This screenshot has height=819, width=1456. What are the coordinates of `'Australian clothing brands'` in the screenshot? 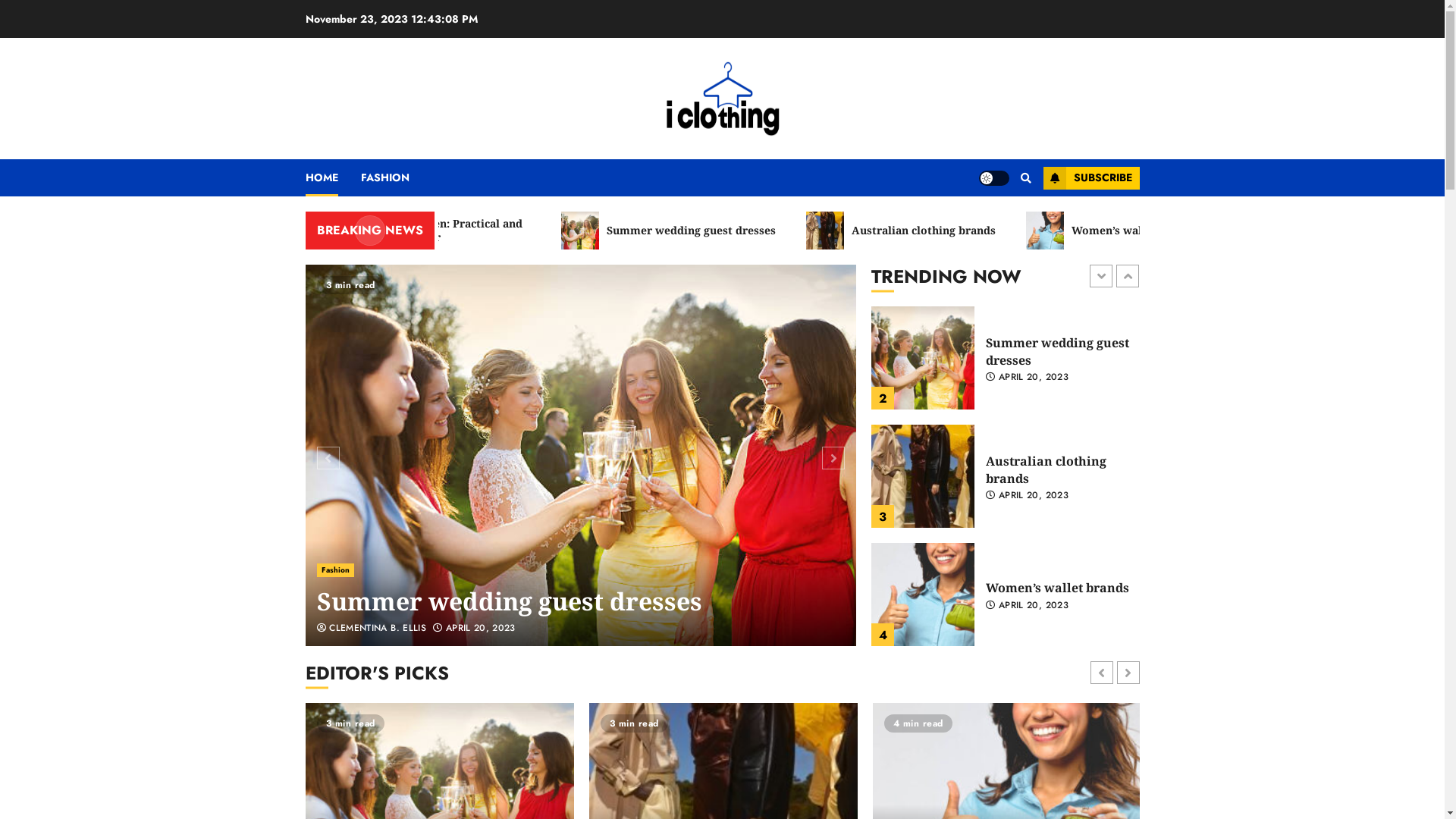 It's located at (986, 587).